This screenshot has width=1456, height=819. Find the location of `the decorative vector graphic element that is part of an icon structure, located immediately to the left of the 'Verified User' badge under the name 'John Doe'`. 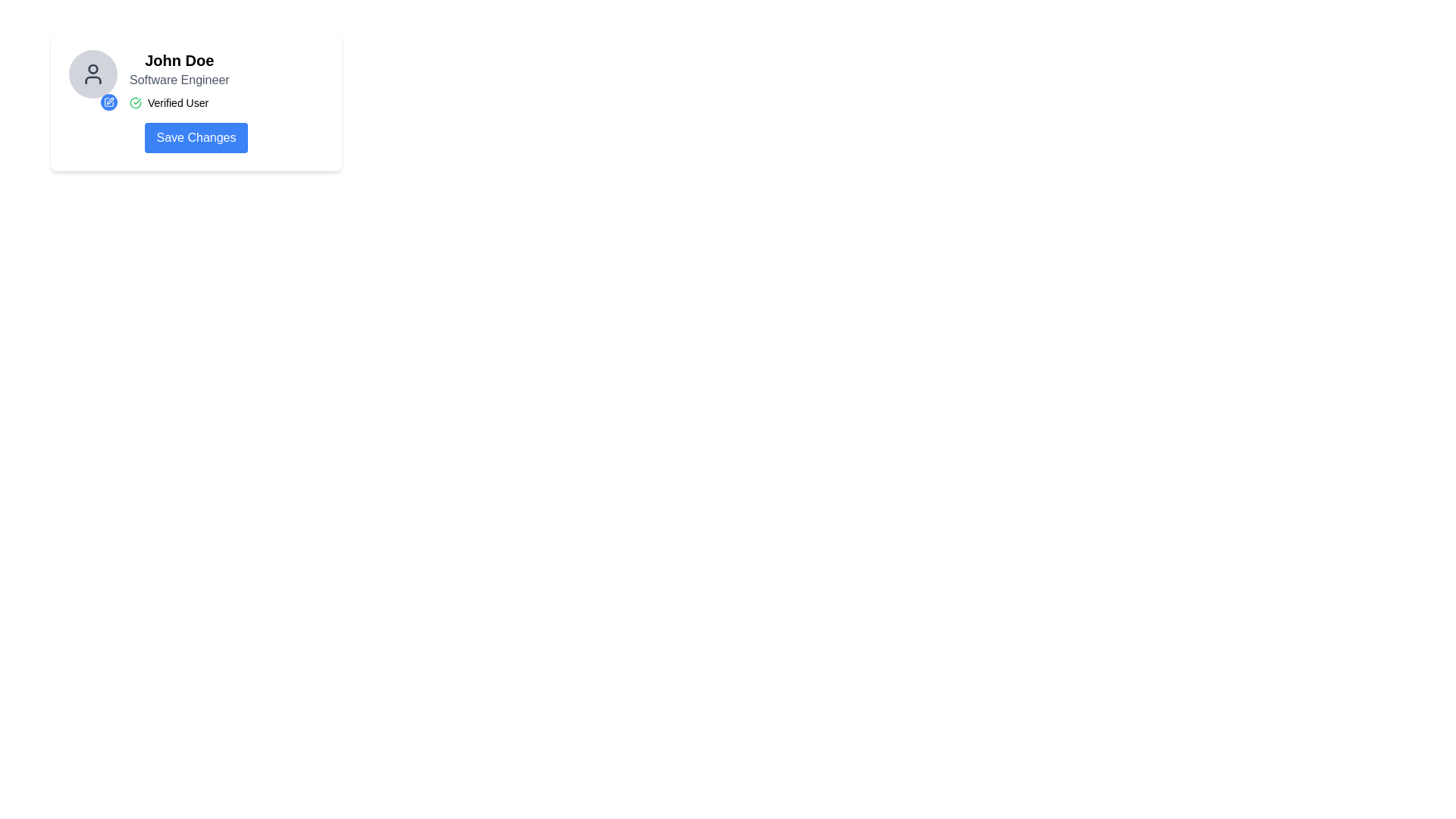

the decorative vector graphic element that is part of an icon structure, located immediately to the left of the 'Verified User' badge under the name 'John Doe' is located at coordinates (108, 102).